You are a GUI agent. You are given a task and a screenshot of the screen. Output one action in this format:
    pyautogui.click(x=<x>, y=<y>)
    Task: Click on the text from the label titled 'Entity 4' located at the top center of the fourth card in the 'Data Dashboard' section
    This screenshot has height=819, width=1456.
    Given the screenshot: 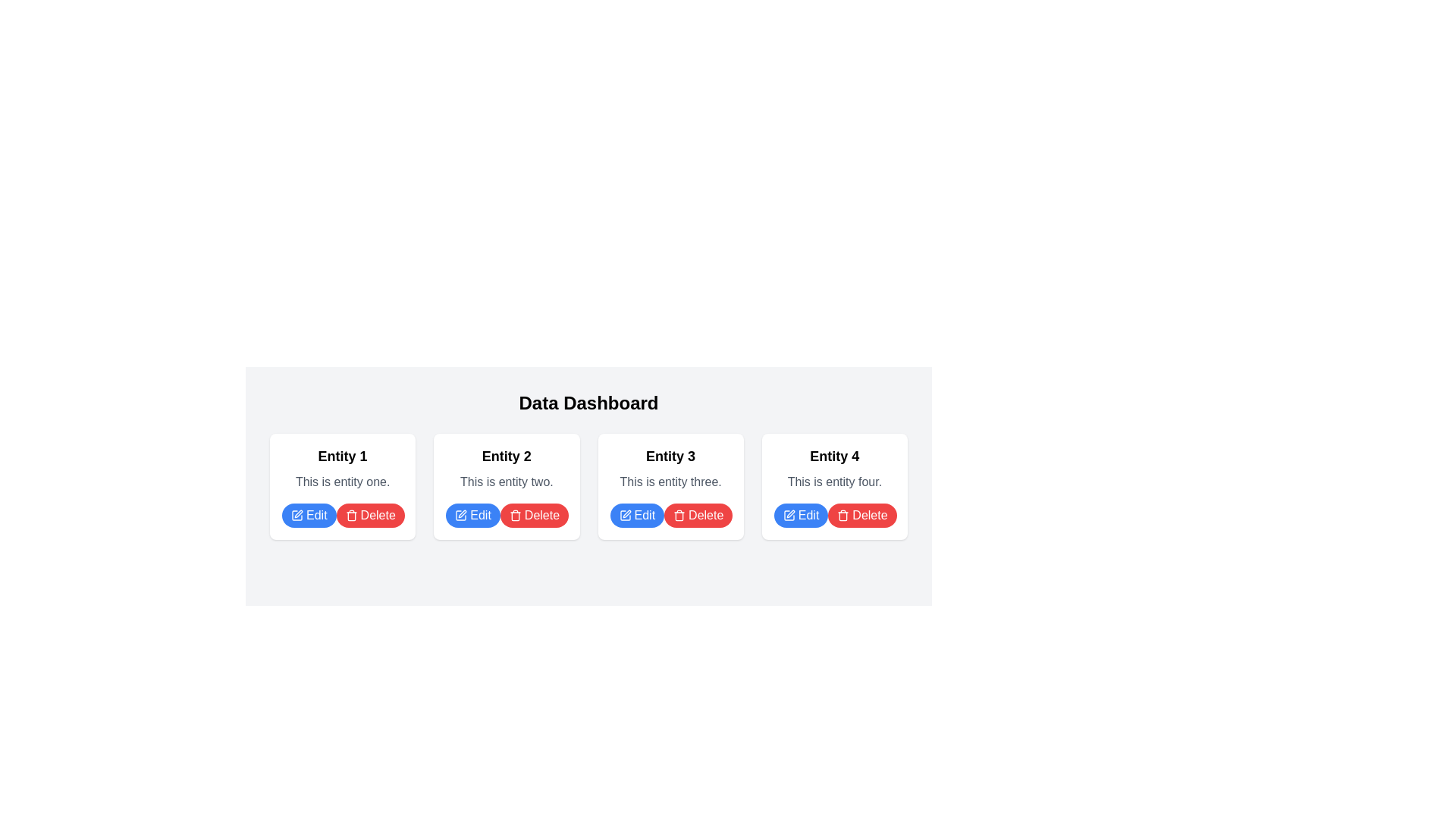 What is the action you would take?
    pyautogui.click(x=833, y=467)
    